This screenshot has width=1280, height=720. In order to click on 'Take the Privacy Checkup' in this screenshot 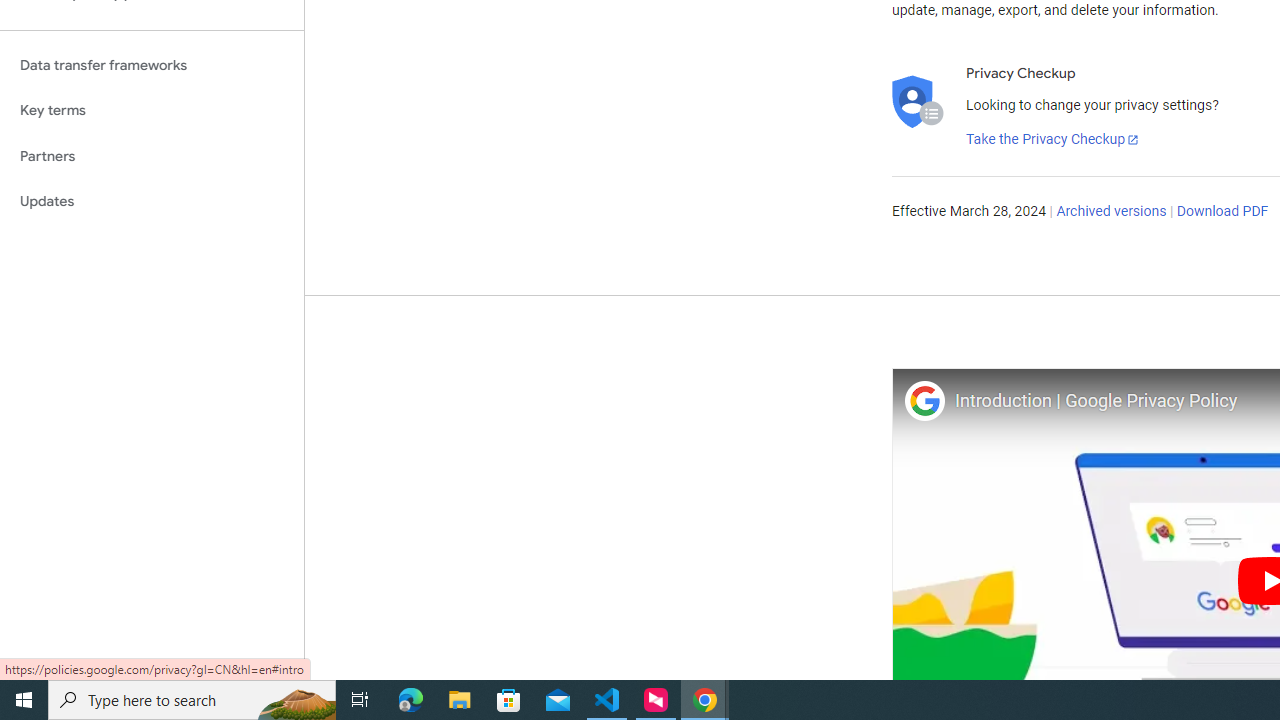, I will do `click(1052, 139)`.